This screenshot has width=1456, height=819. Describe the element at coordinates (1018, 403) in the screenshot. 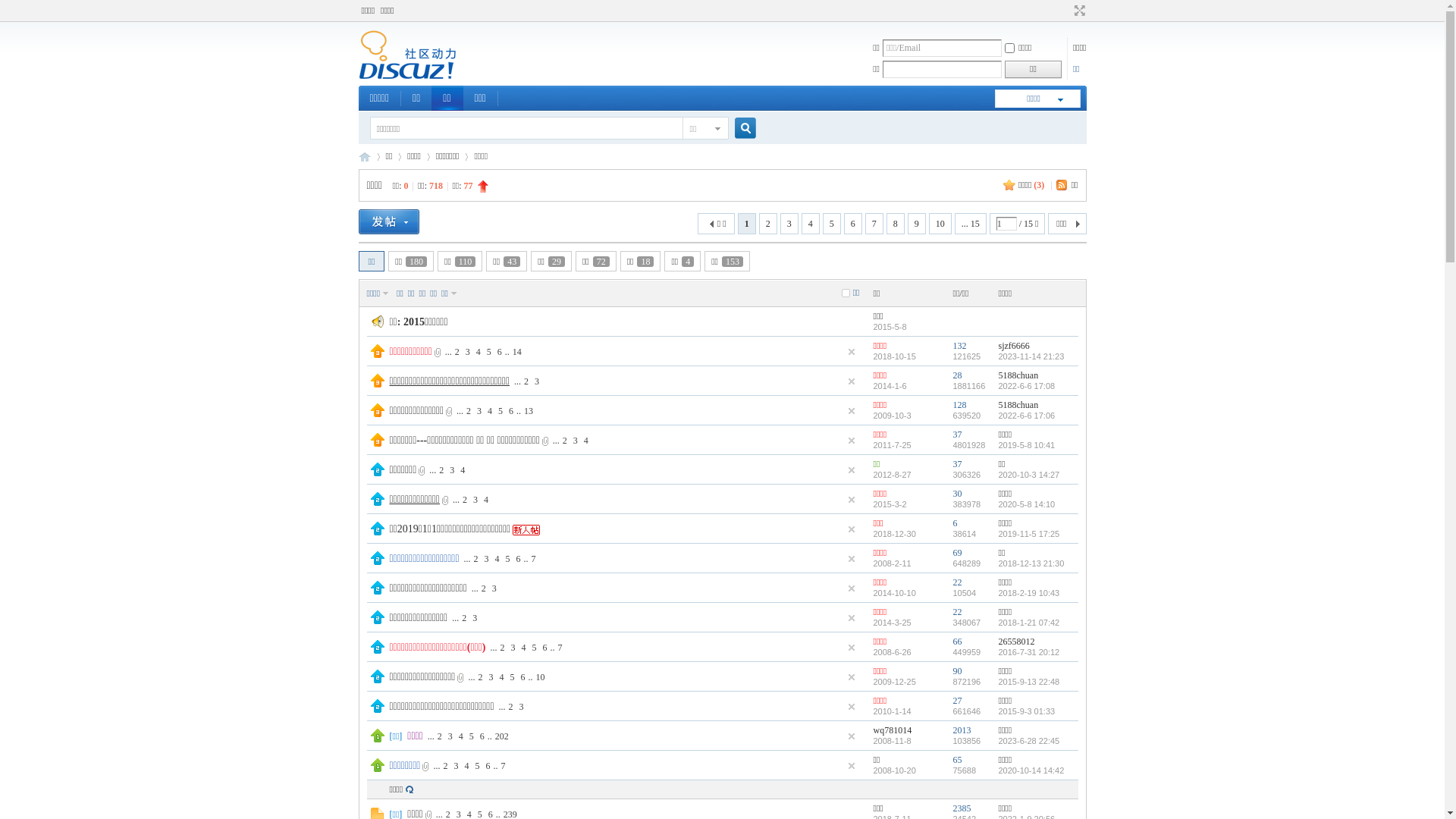

I see `'5188chuan'` at that location.